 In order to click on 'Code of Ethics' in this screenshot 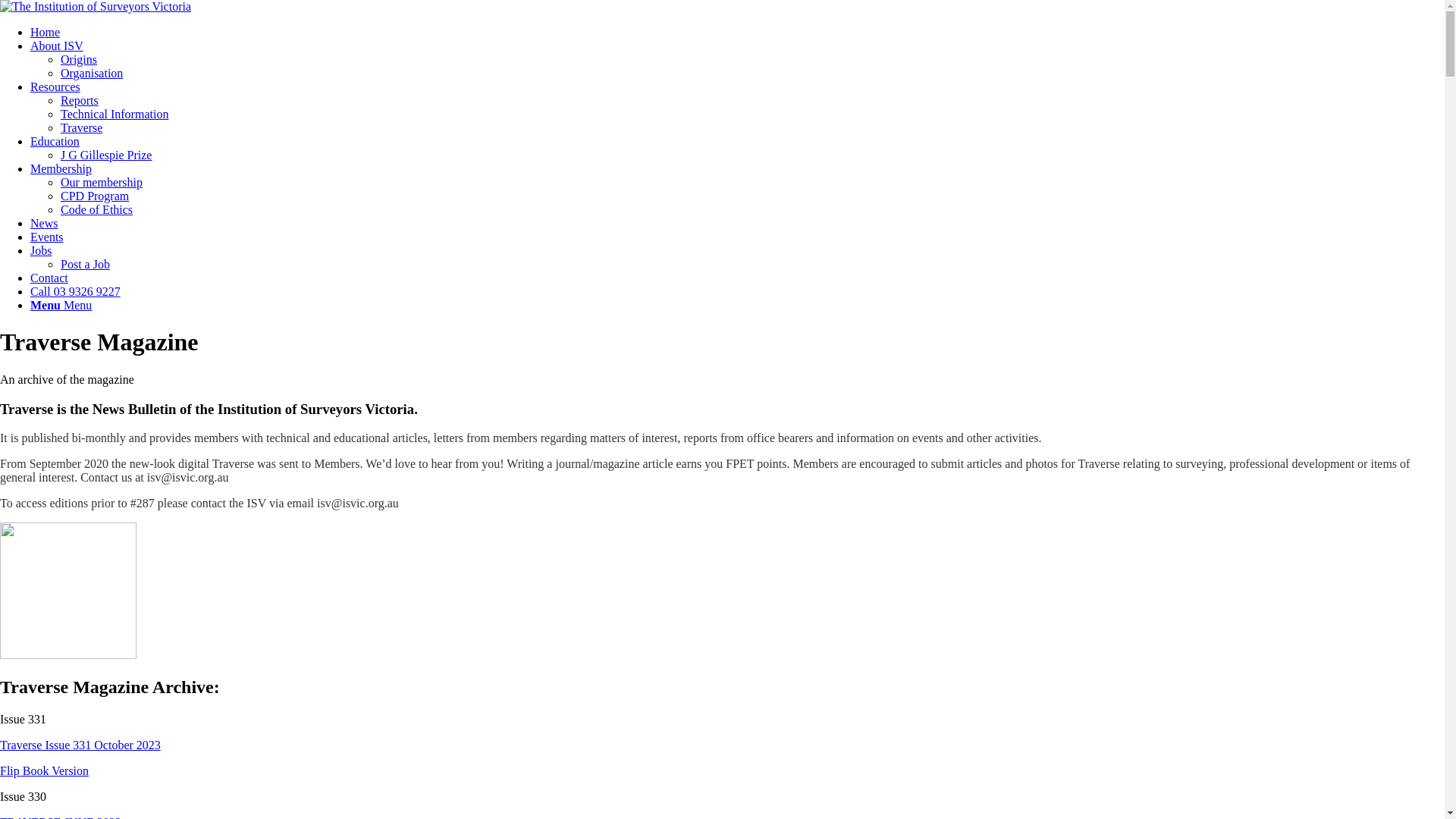, I will do `click(61, 209)`.